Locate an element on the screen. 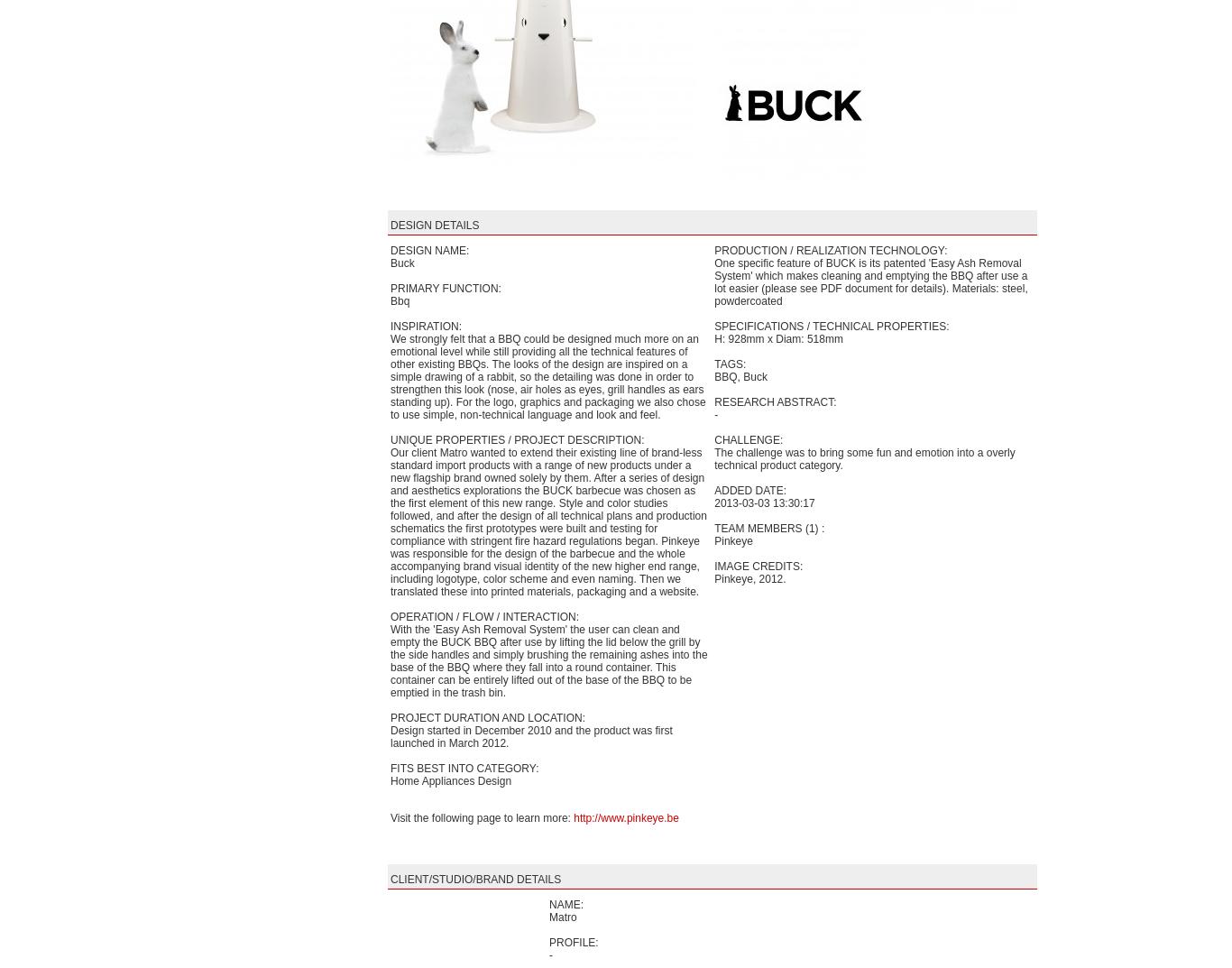  'INSPIRATION:' is located at coordinates (390, 326).